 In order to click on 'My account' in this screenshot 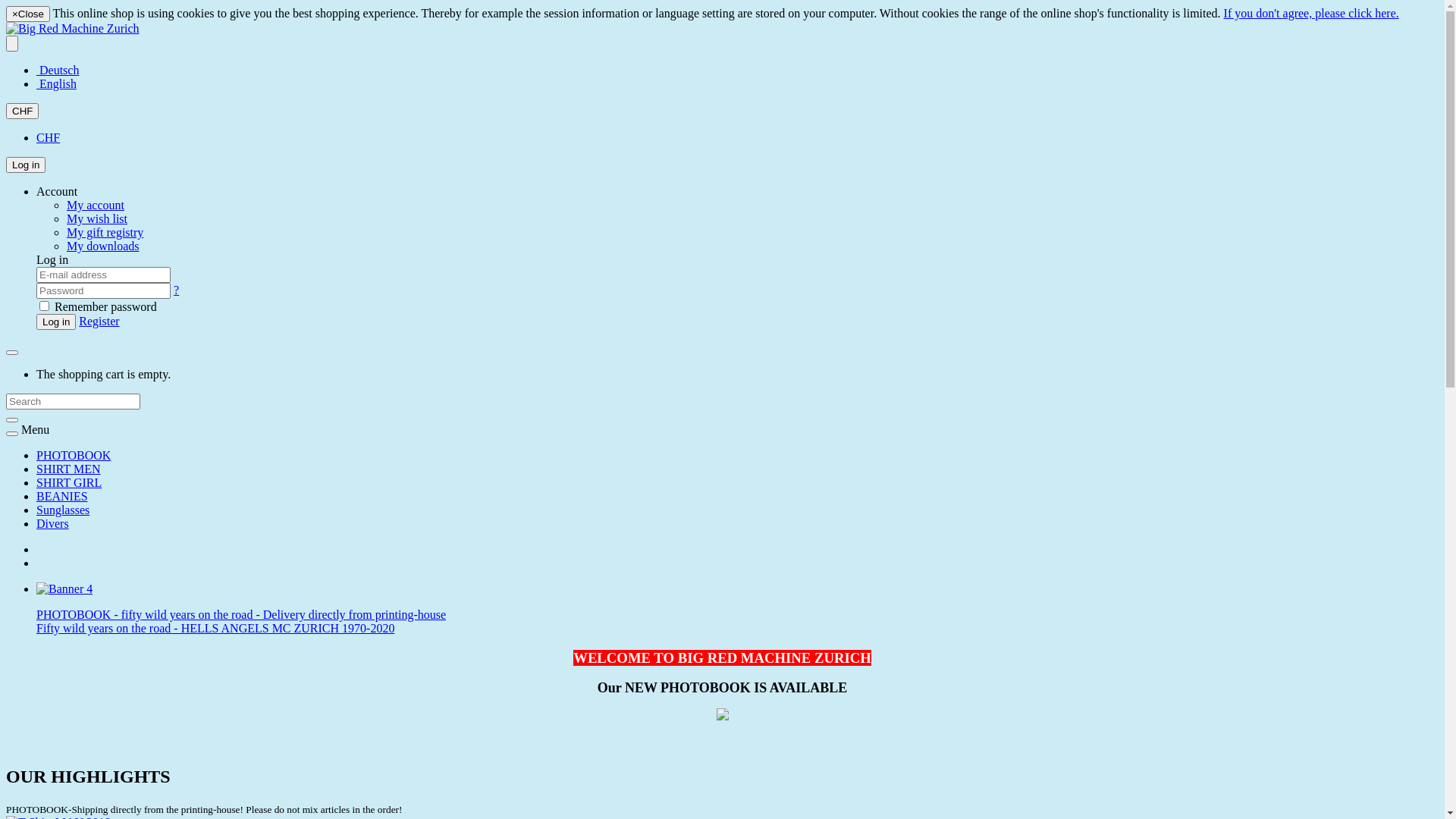, I will do `click(65, 205)`.